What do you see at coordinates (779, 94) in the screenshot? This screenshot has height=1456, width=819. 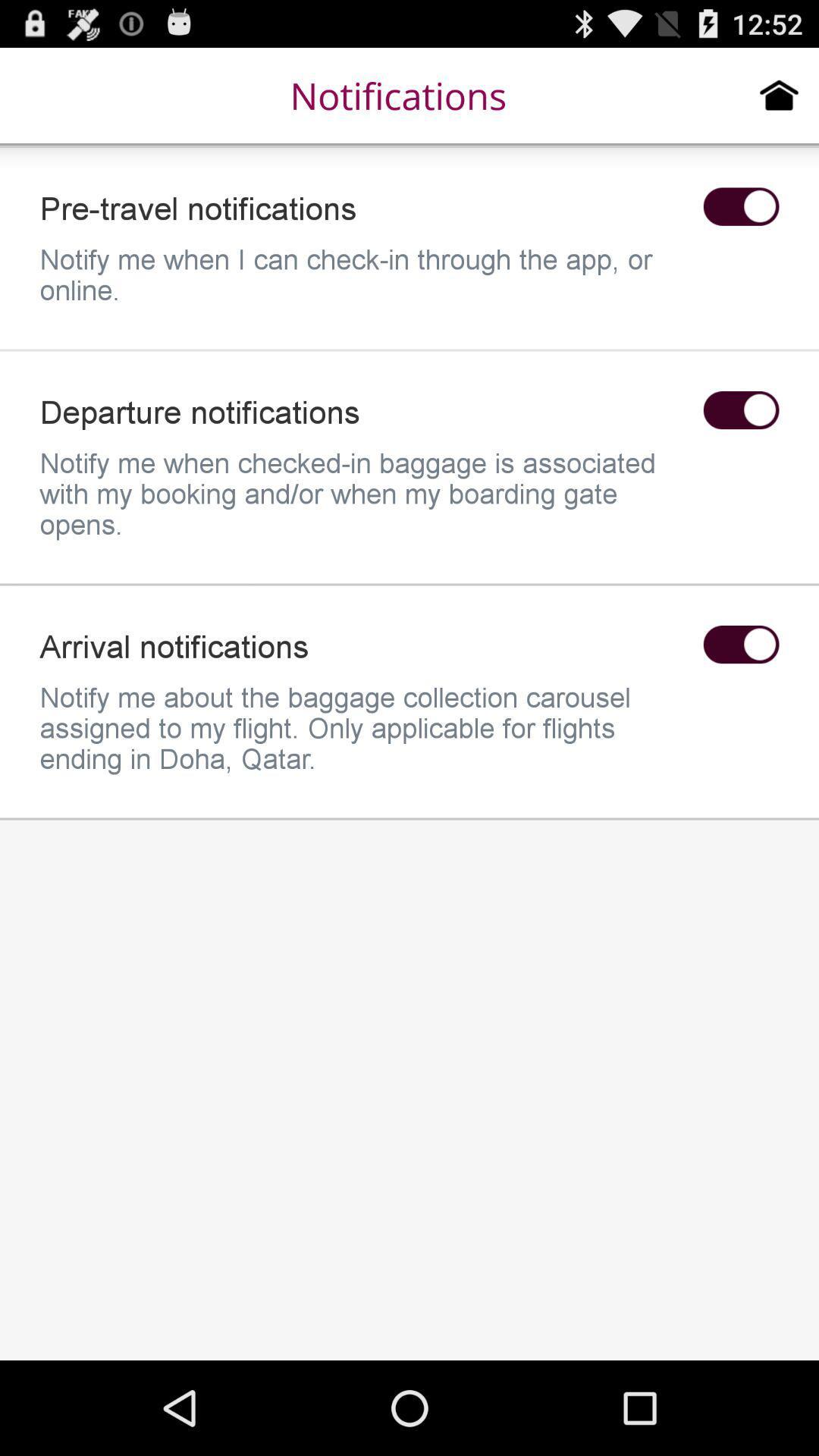 I see `homescreen` at bounding box center [779, 94].